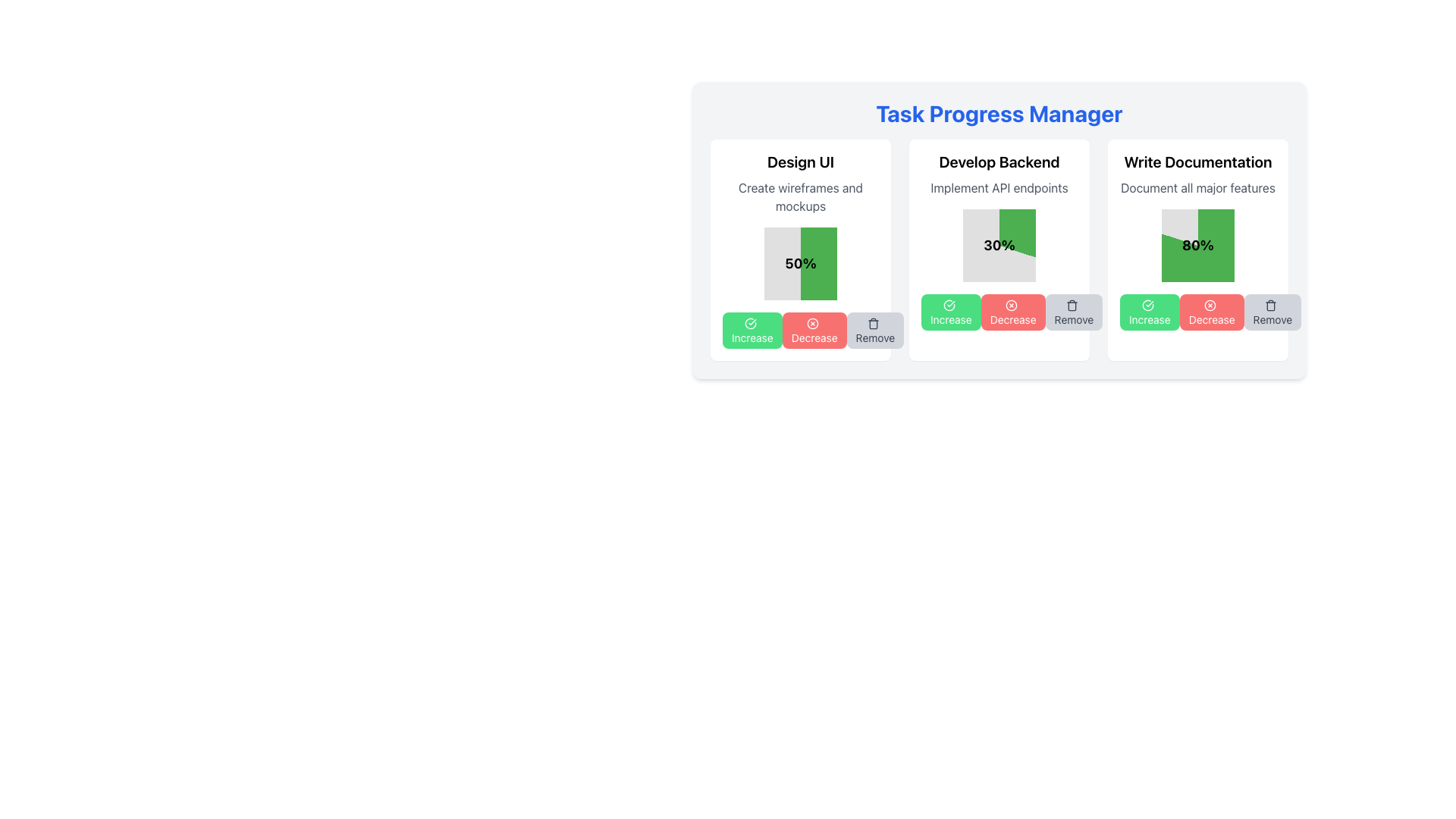 The height and width of the screenshot is (819, 1456). What do you see at coordinates (800, 262) in the screenshot?
I see `the bold, large-sized text displaying '50%' in black, located at the center of the graphical card labeled 'Design UI'` at bounding box center [800, 262].